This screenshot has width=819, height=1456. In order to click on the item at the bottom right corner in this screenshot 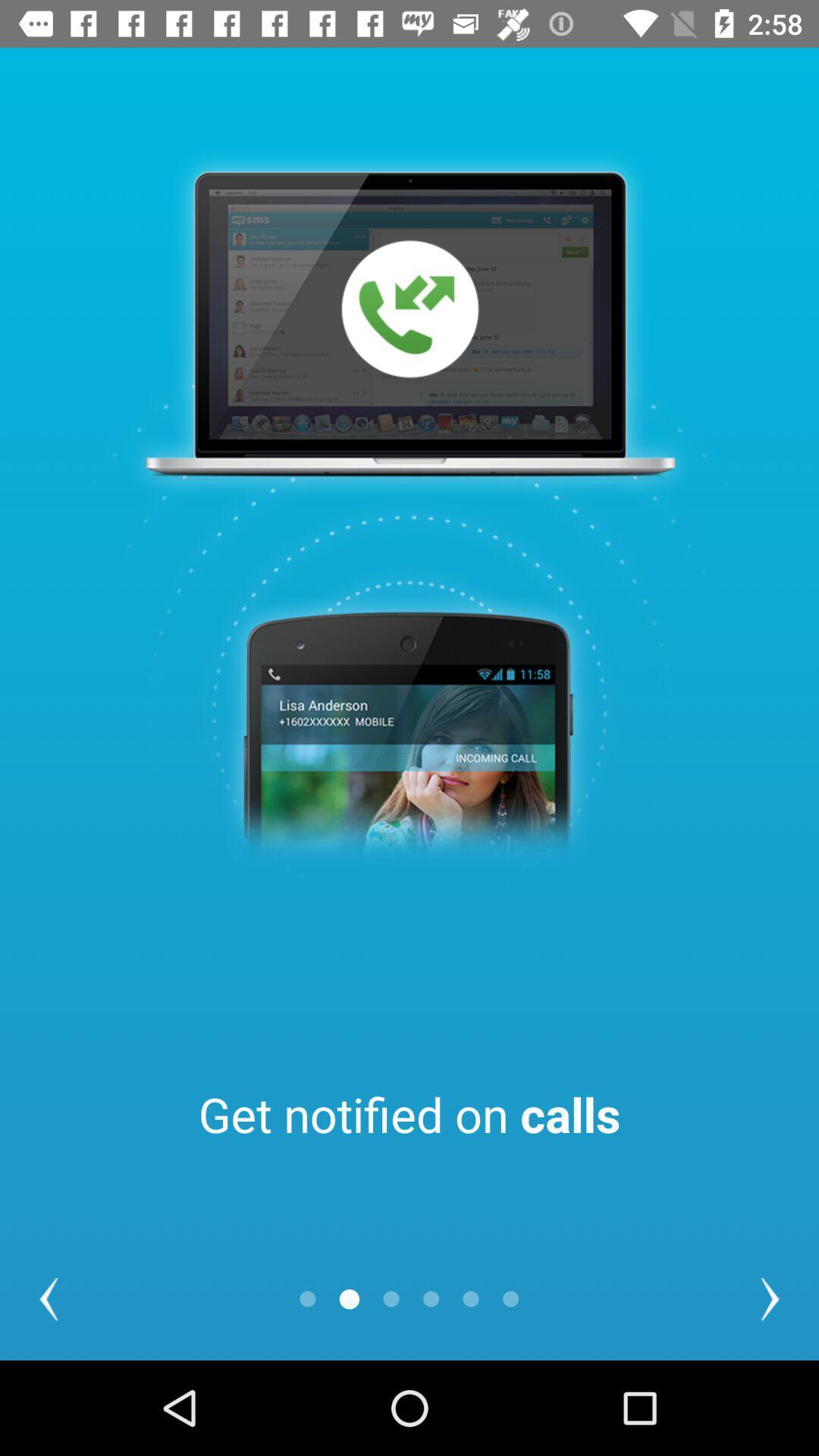, I will do `click(770, 1298)`.